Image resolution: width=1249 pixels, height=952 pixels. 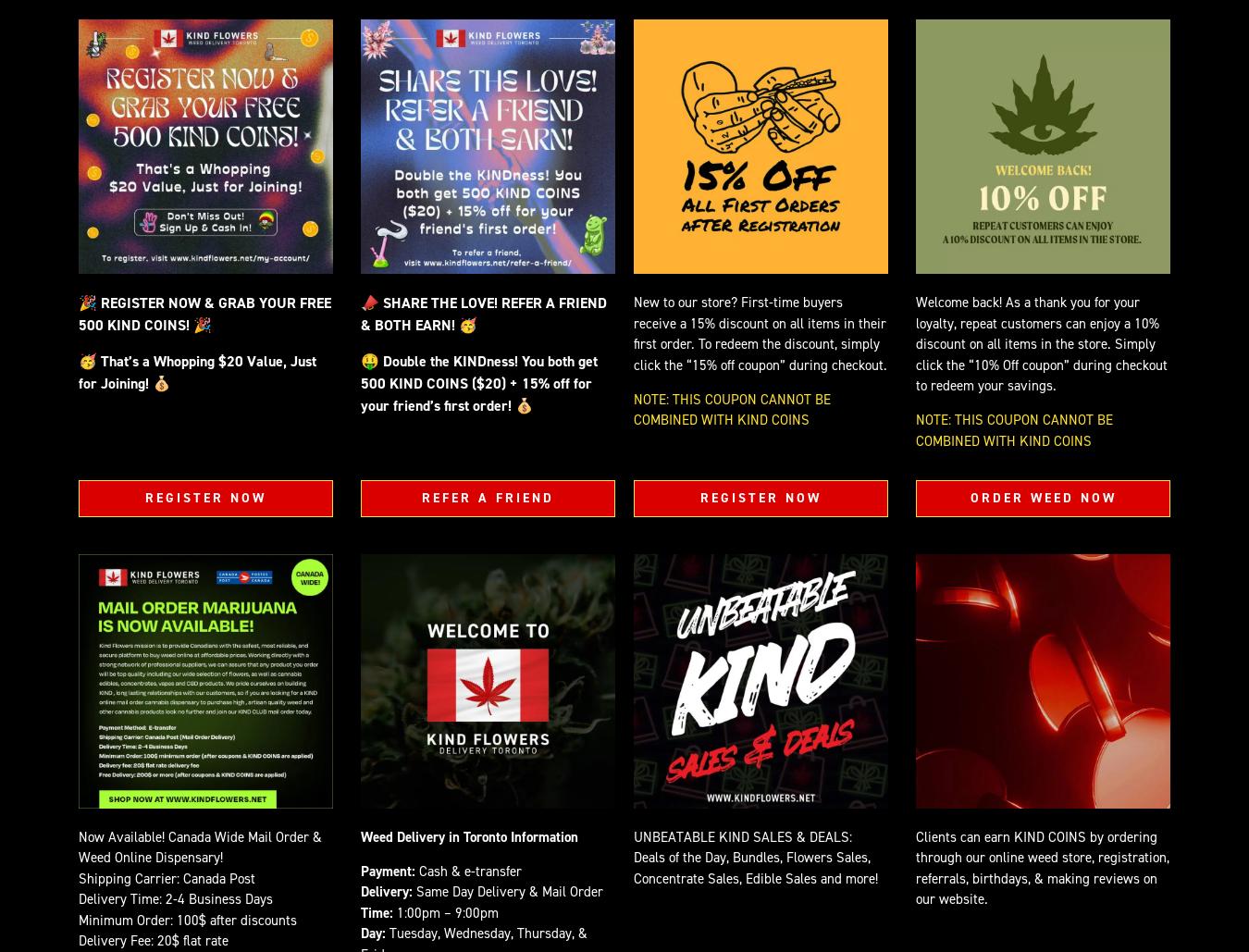 I want to click on 'Delivery:', so click(x=386, y=890).